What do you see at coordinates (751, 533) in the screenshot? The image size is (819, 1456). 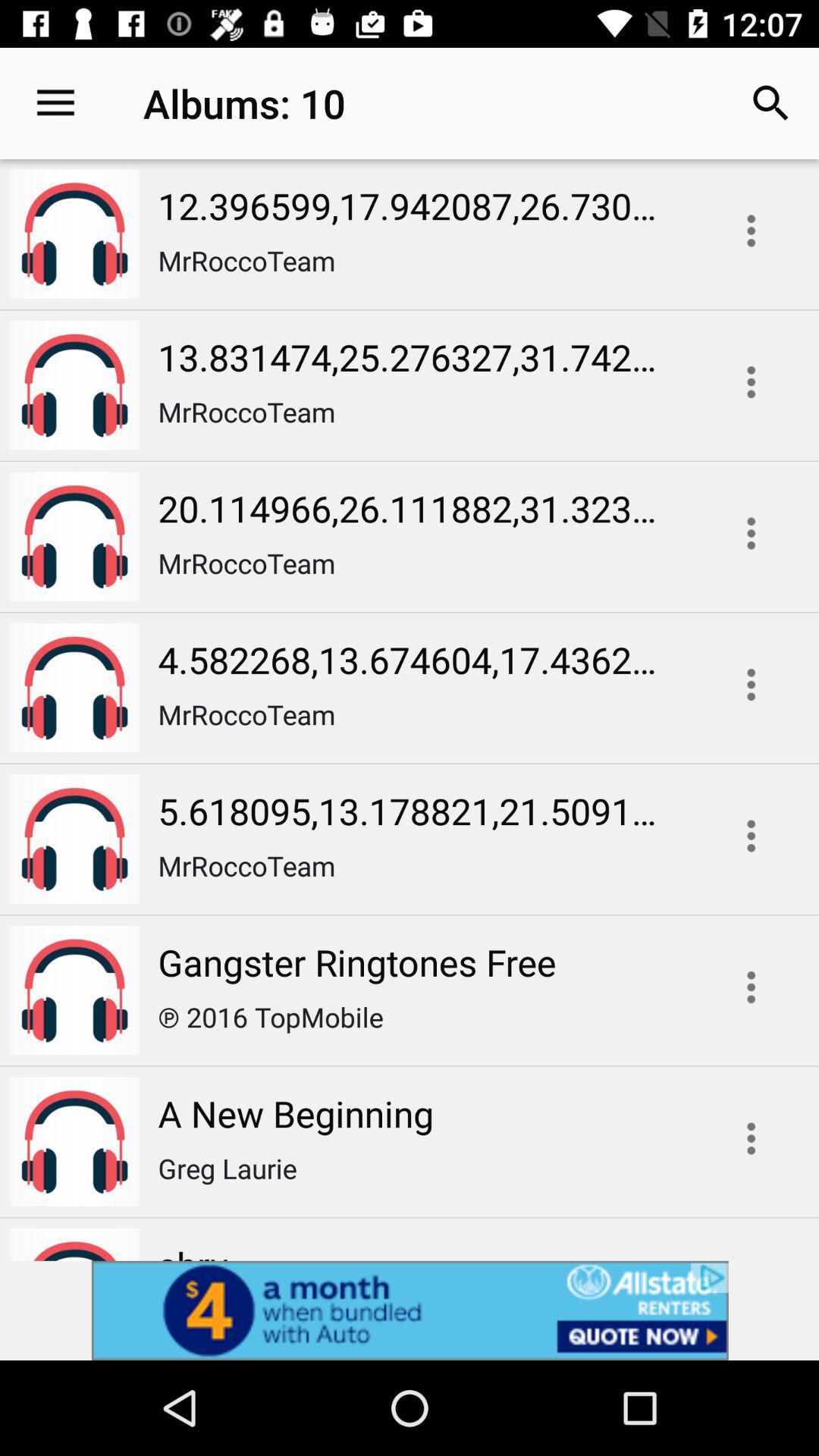 I see `more info` at bounding box center [751, 533].